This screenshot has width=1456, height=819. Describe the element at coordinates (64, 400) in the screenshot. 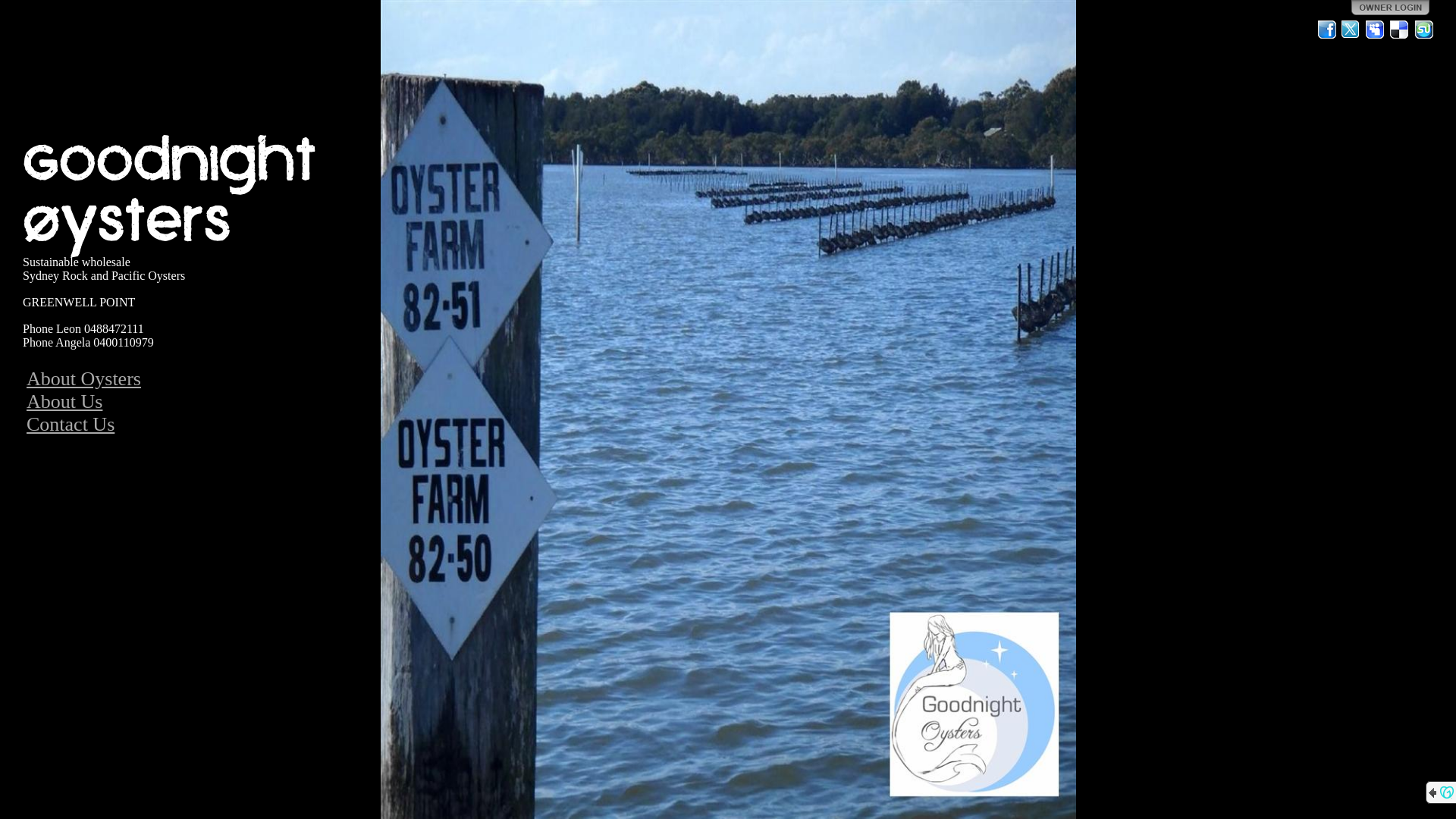

I see `'About Us'` at that location.